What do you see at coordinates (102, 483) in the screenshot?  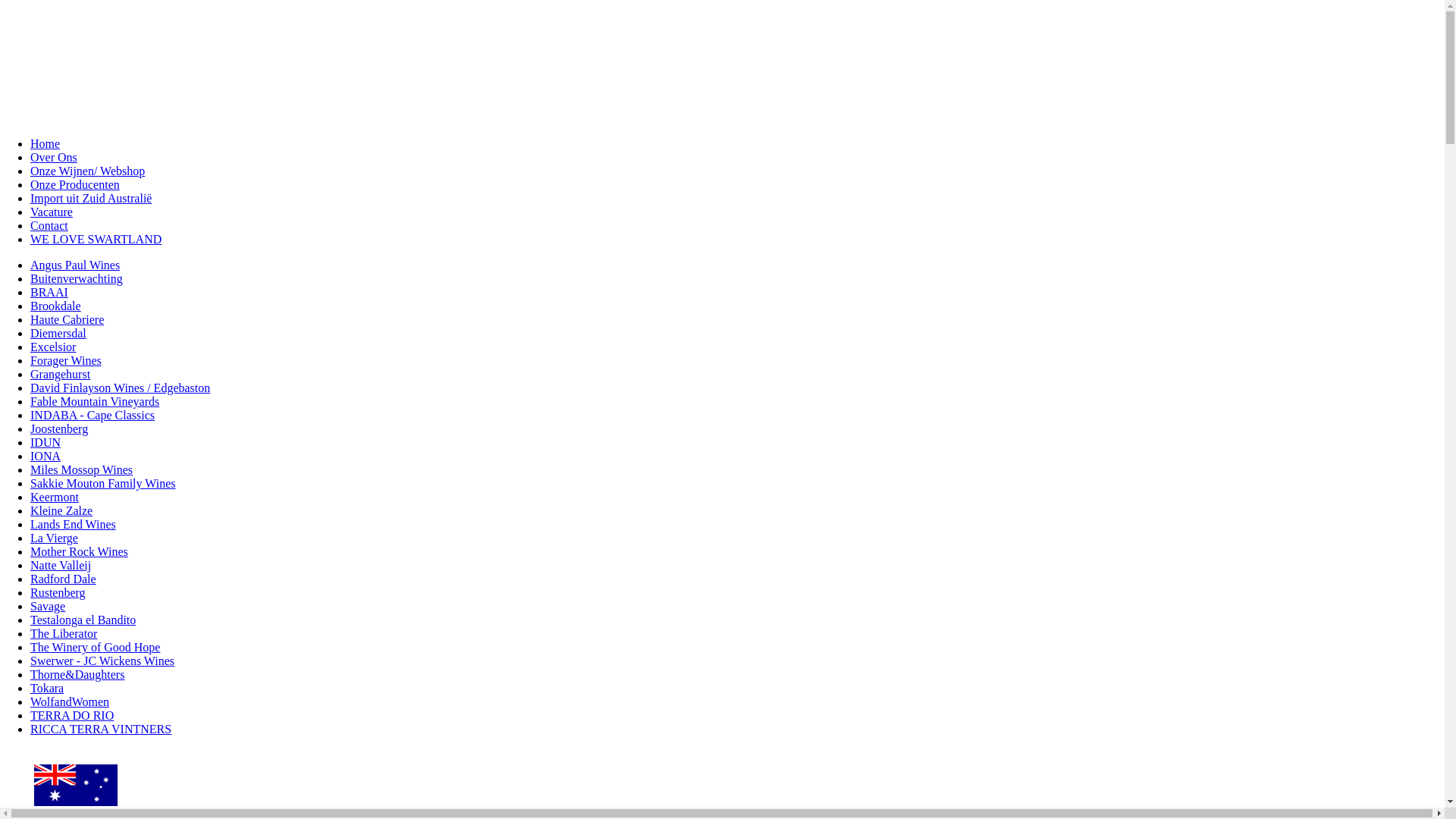 I see `'Sakkie Mouton Family Wines'` at bounding box center [102, 483].